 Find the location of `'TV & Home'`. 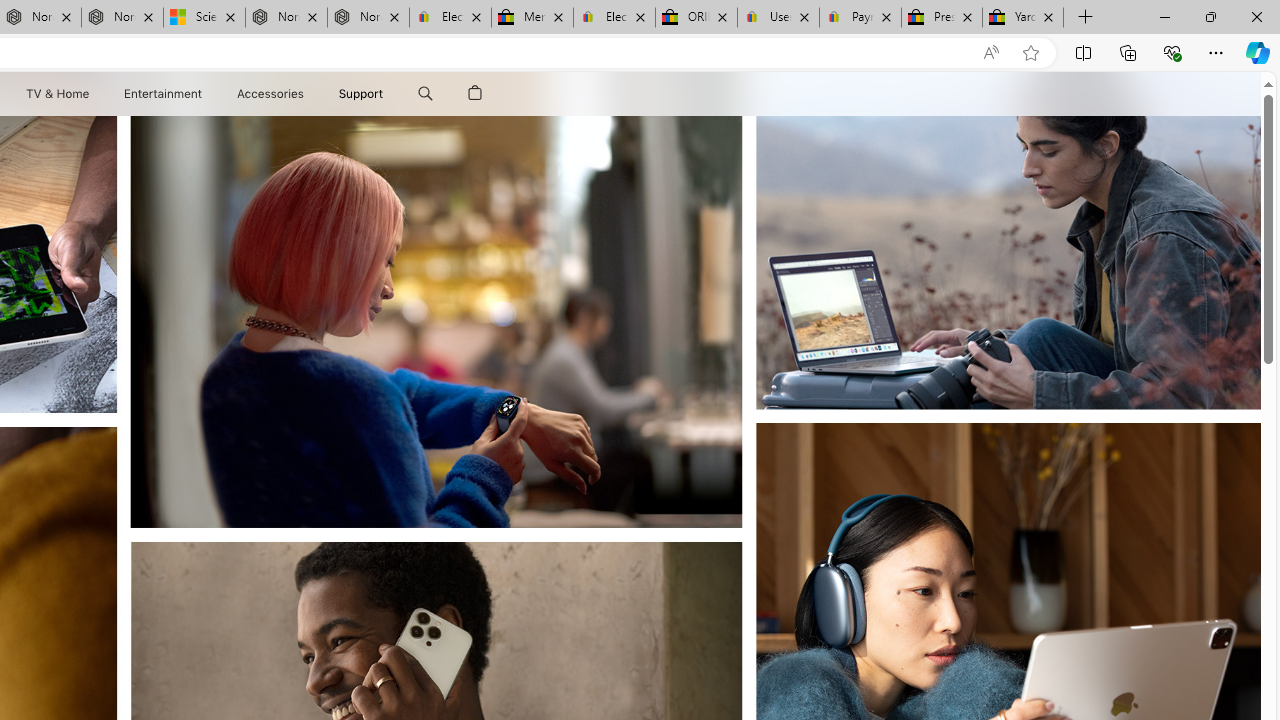

'TV & Home' is located at coordinates (56, 93).